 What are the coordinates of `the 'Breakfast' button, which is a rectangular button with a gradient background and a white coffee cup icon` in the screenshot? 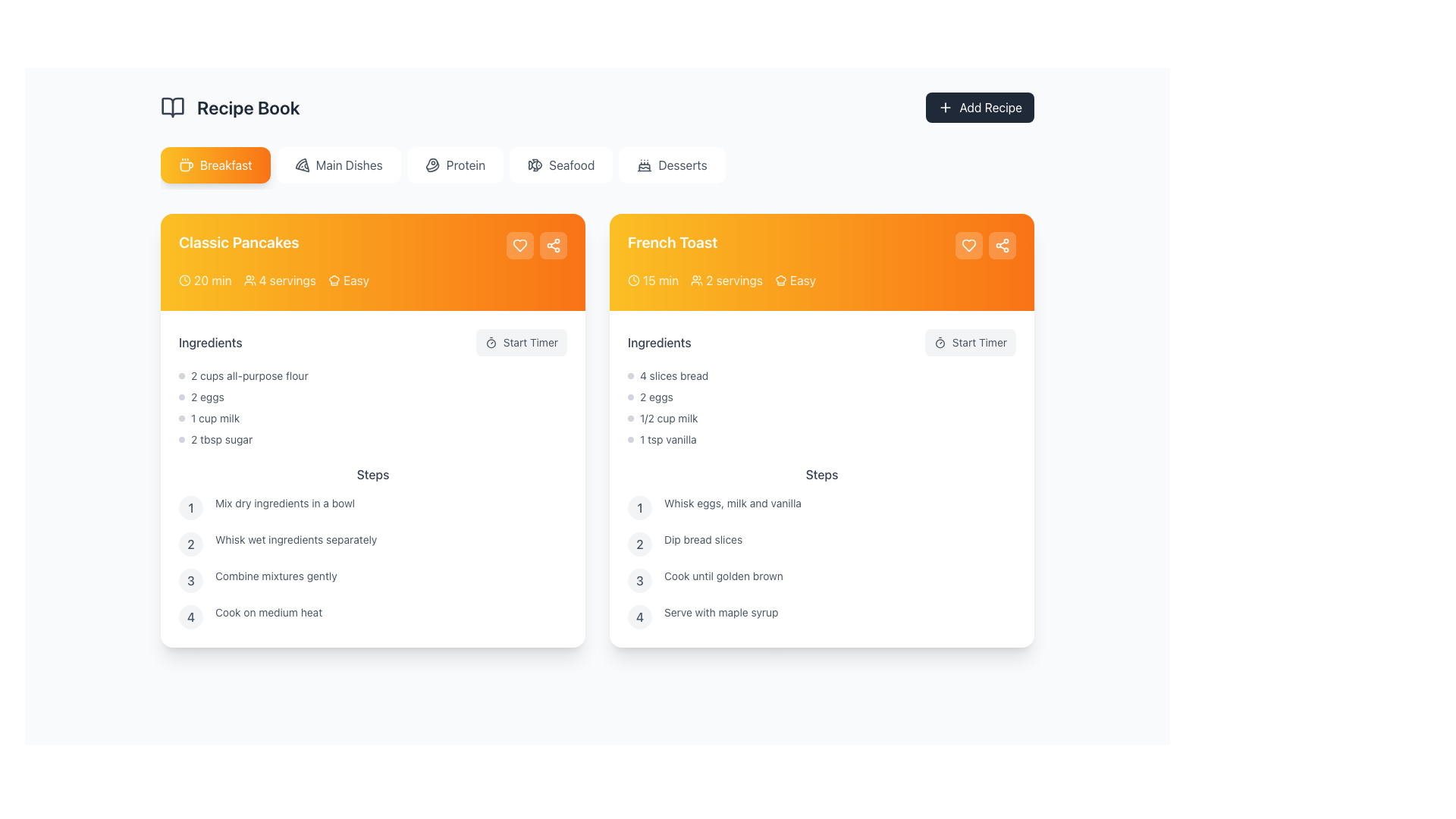 It's located at (215, 165).